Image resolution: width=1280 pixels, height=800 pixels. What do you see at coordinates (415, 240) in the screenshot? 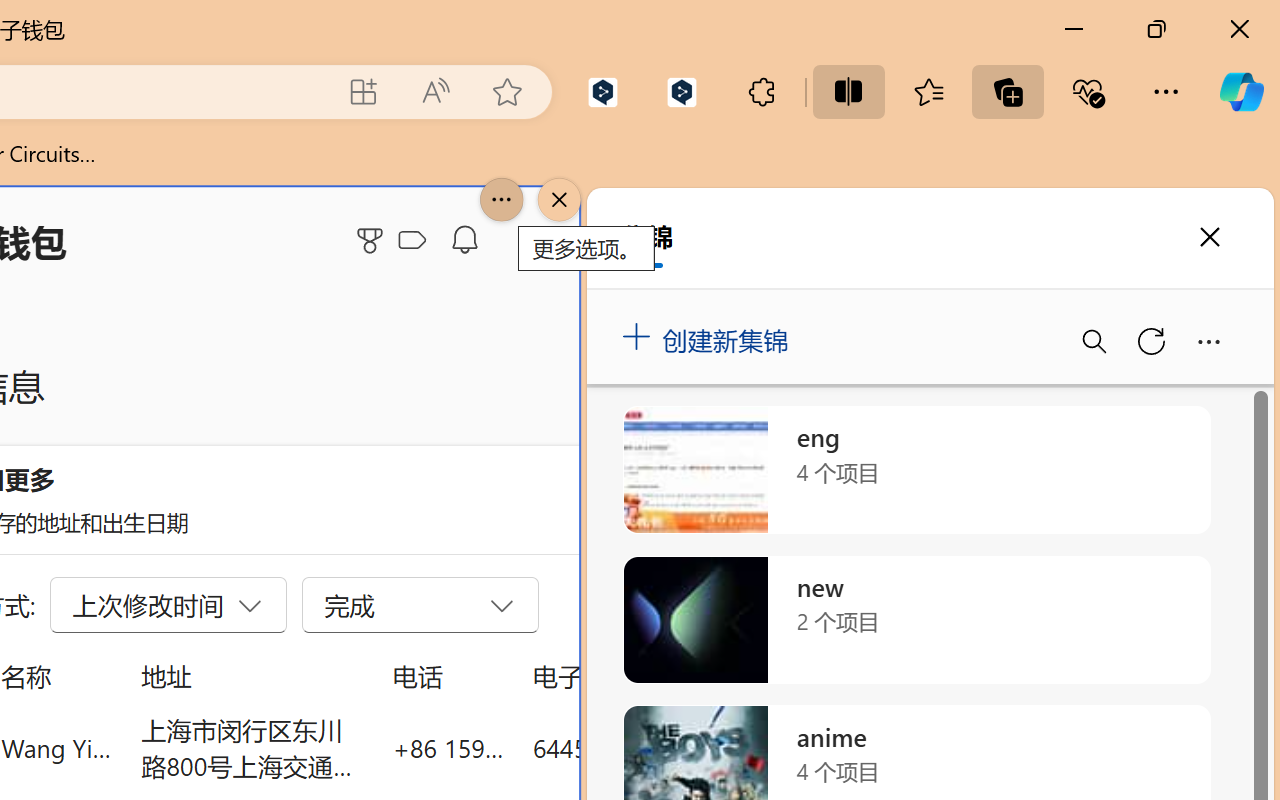
I see `'Microsoft Cashback'` at bounding box center [415, 240].